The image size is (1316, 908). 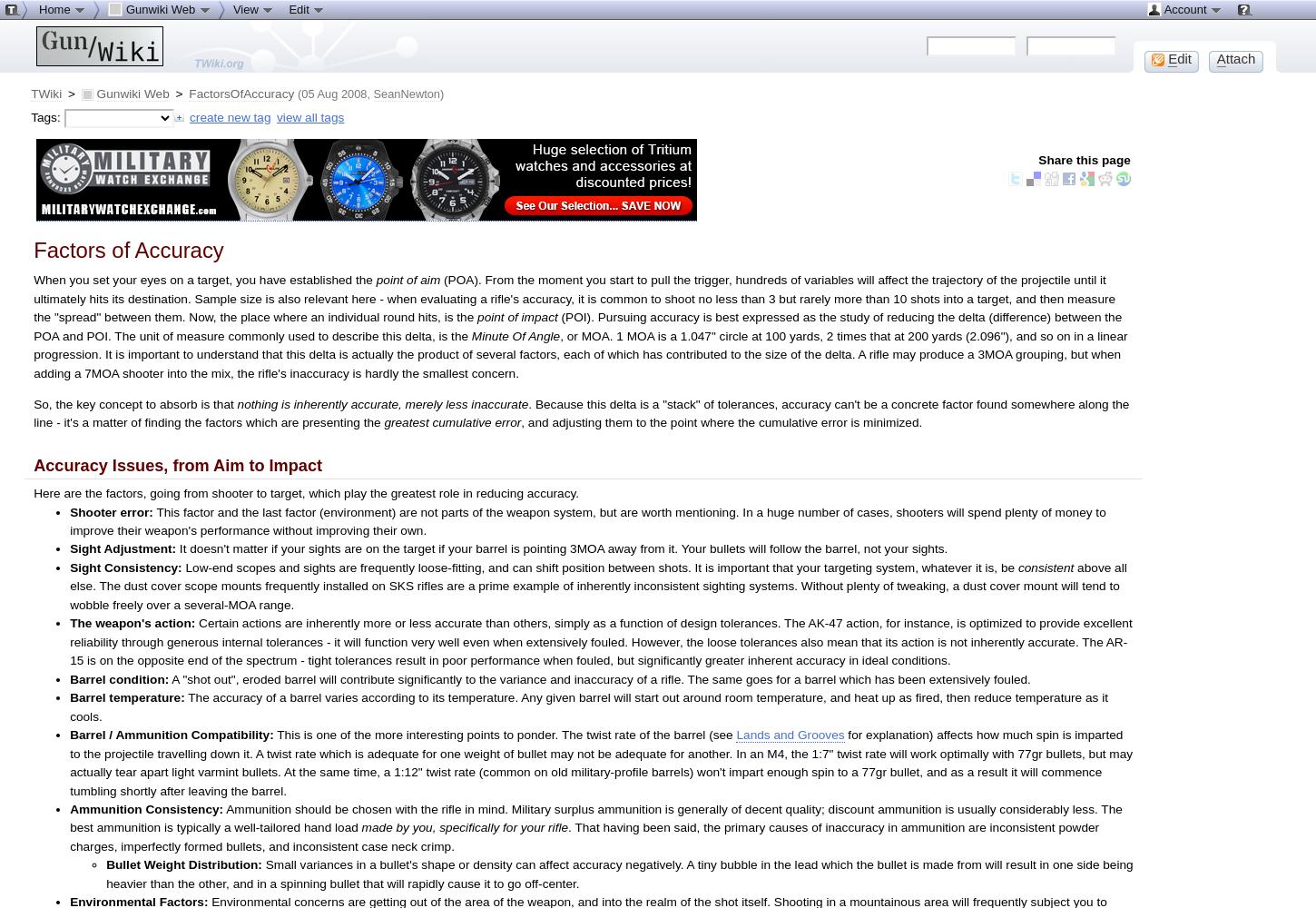 What do you see at coordinates (600, 762) in the screenshot?
I see `'for explanation) affects how much spin is imparted to the projectile travelling down it. A twist rate which is adequate for one weight of bullet may not be adequate for another. In an M4, the 1:7" twist rate will work optimally with 77gr bullets, but may actually tear apart light varmint bullets. At the same time, a 1:12" twist rate (common on old military-profile barrels) won't impart enough spin to a 77gr bullet, and as a result it will commence tumbling shortly after leaving the barrel.'` at bounding box center [600, 762].